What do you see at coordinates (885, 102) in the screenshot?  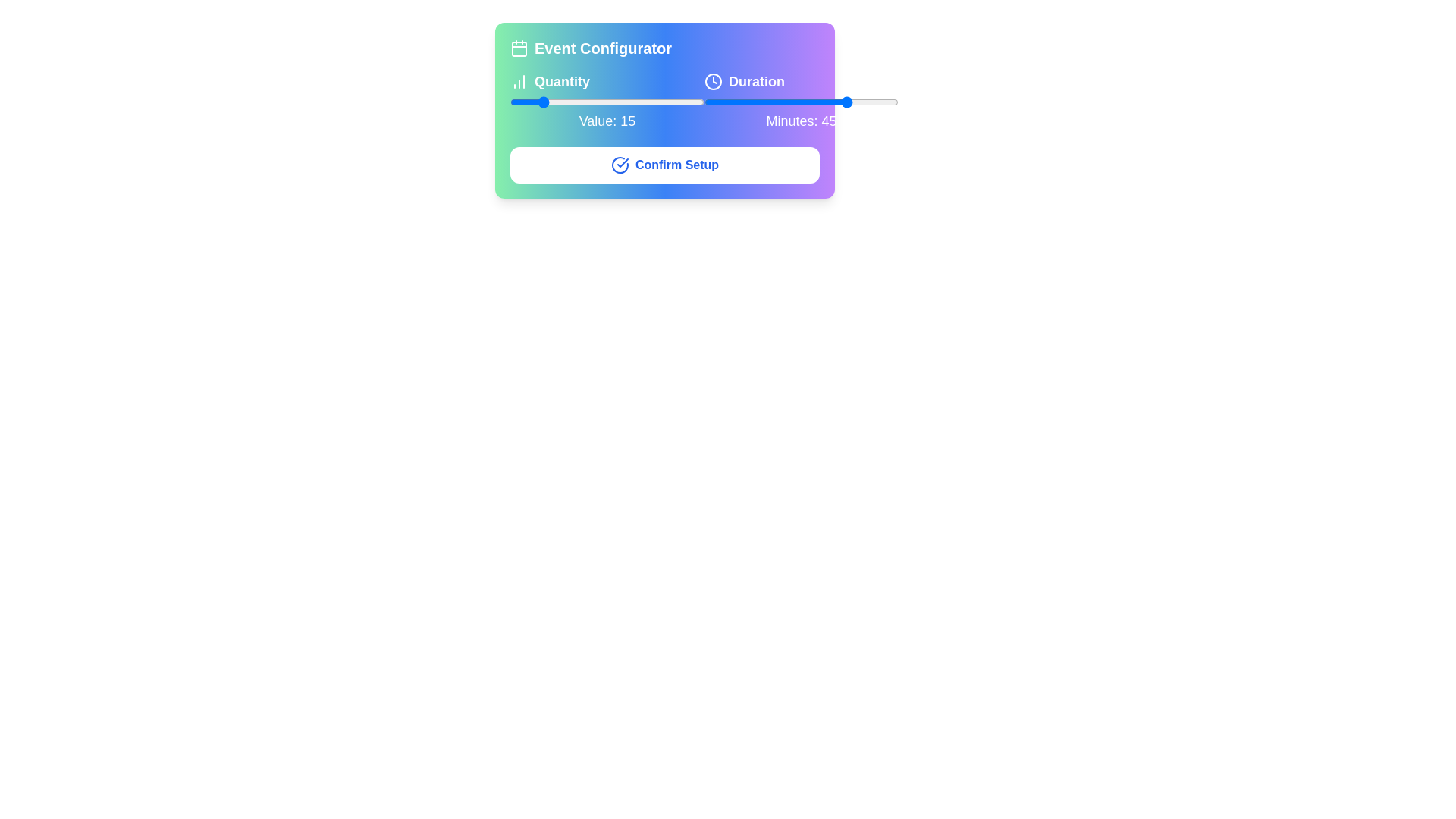 I see `duration` at bounding box center [885, 102].